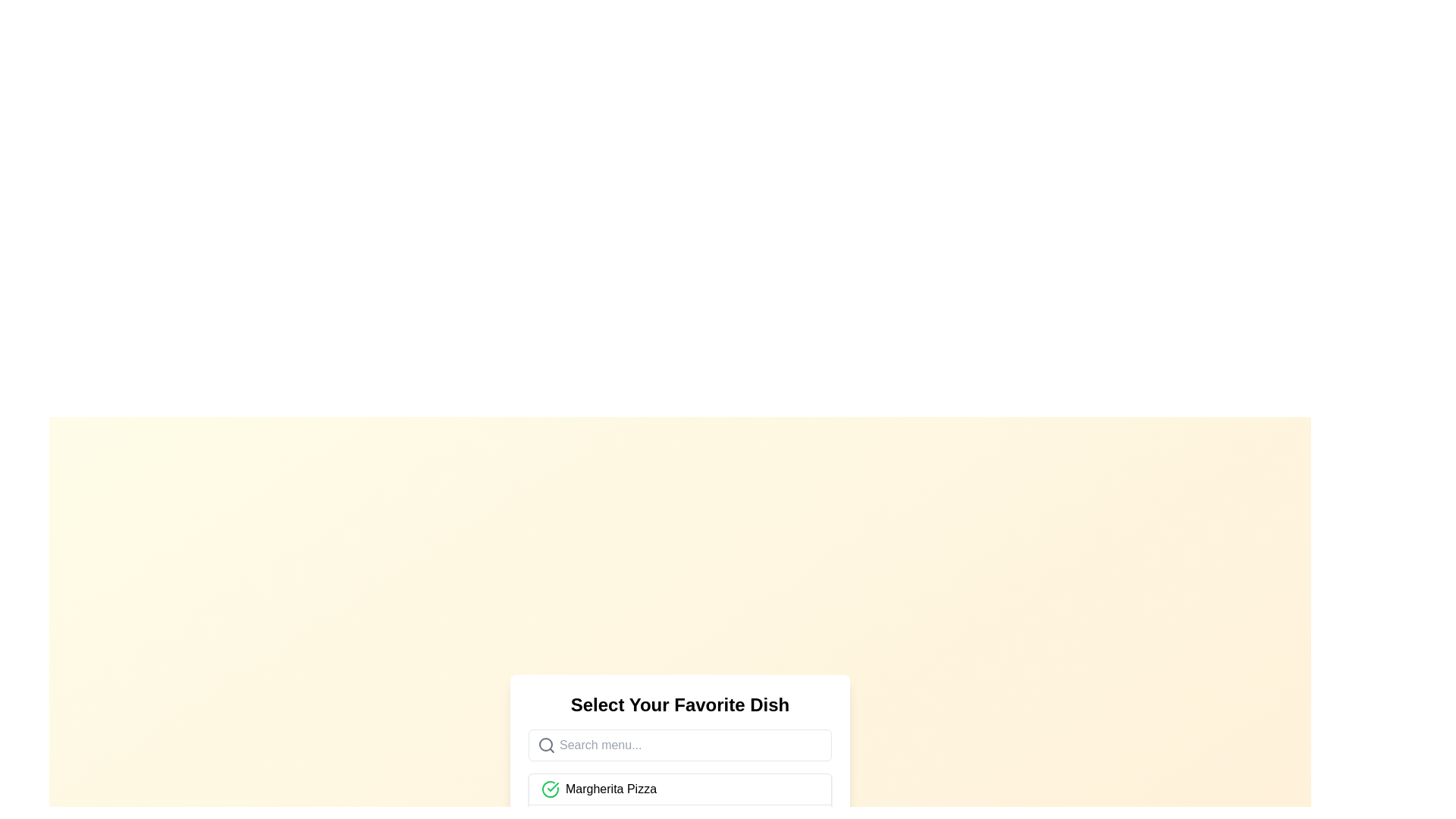  I want to click on the central circular shape of the magnifying glass icon located to the left of the search bar's placeholder text 'Search menu...', so click(546, 743).